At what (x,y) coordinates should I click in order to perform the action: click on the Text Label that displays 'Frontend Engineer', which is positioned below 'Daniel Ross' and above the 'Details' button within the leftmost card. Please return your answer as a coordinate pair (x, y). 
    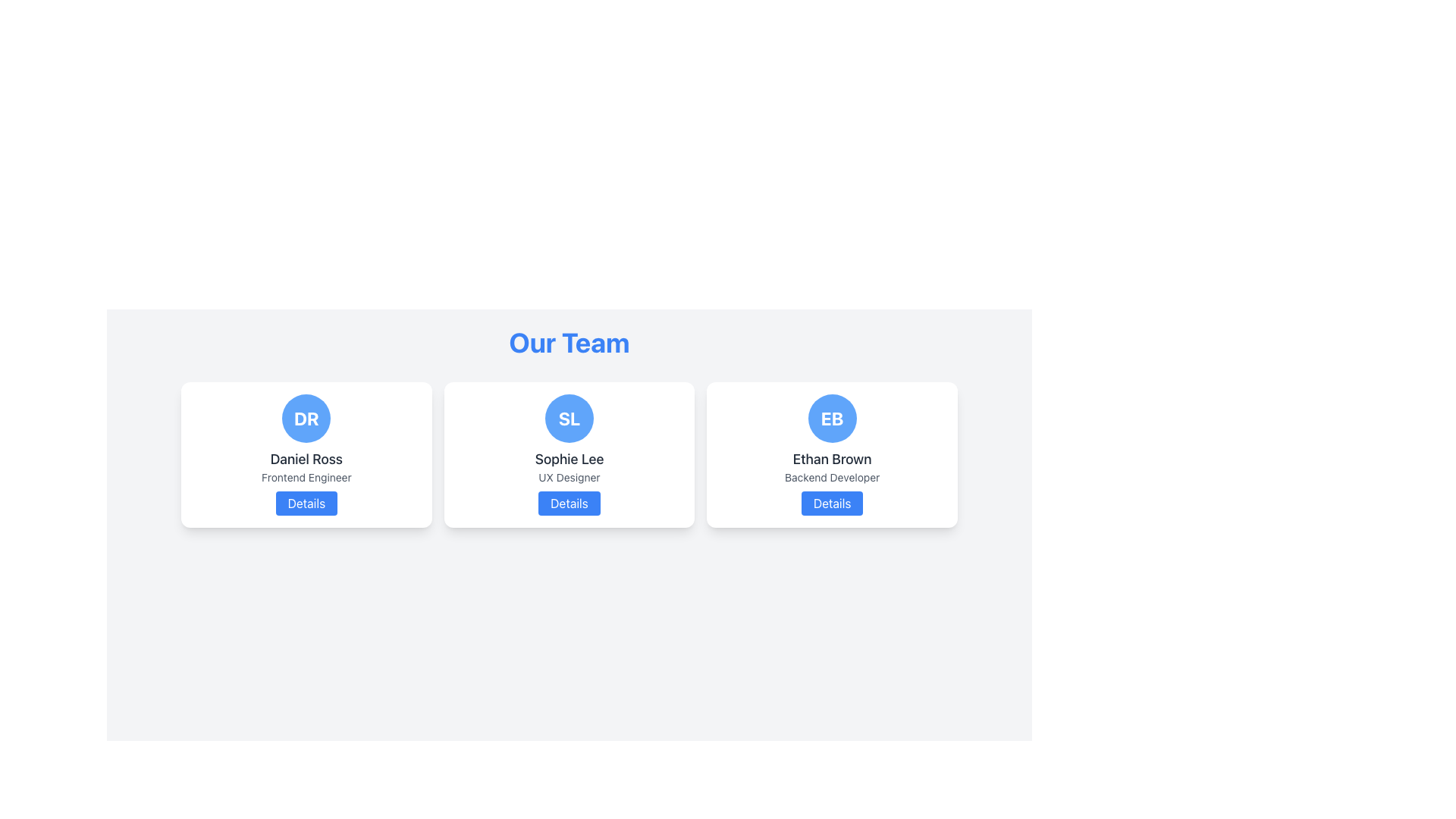
    Looking at the image, I should click on (306, 476).